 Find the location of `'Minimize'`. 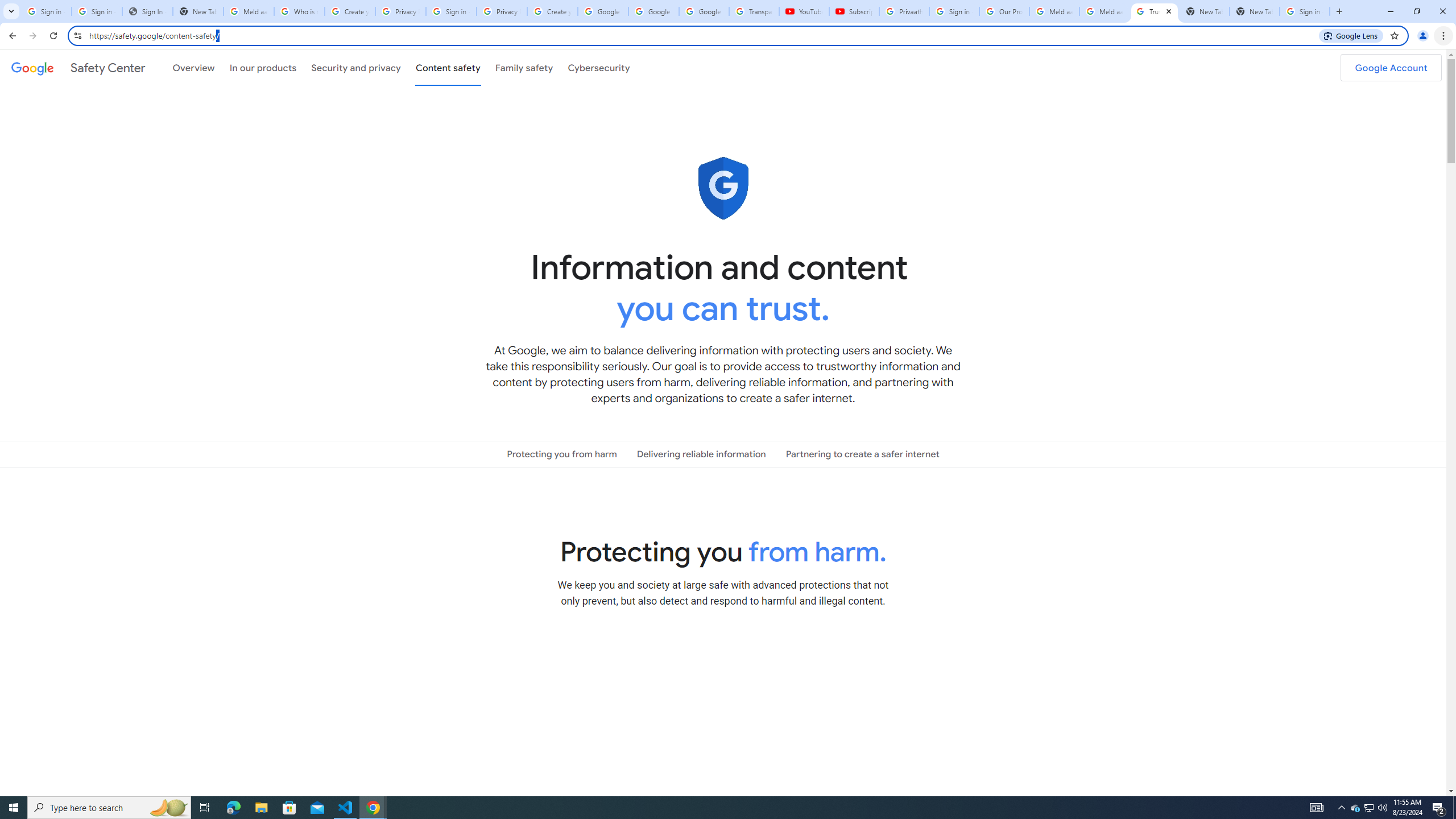

'Minimize' is located at coordinates (1389, 11).